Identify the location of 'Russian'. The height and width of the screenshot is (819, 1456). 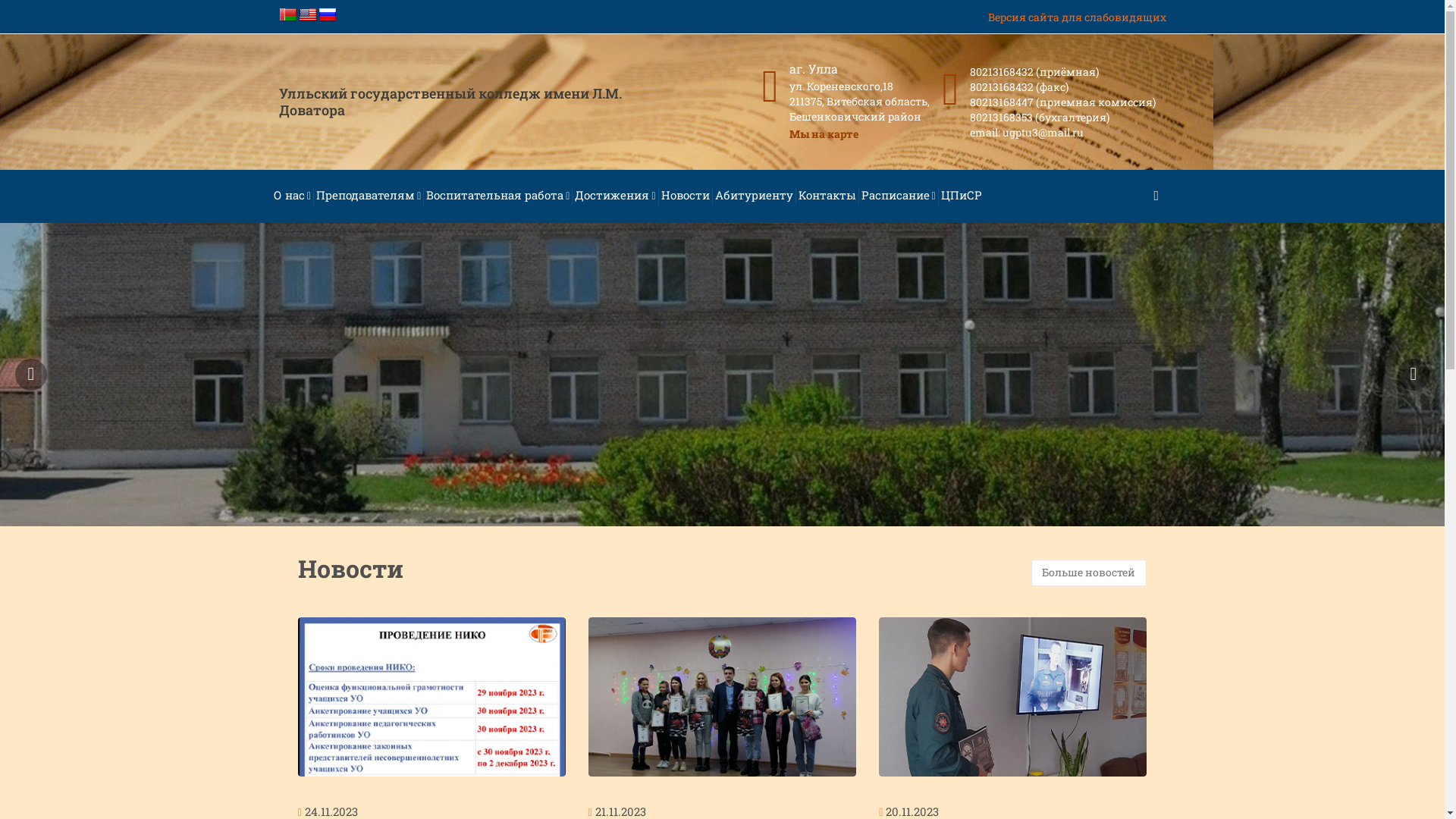
(318, 14).